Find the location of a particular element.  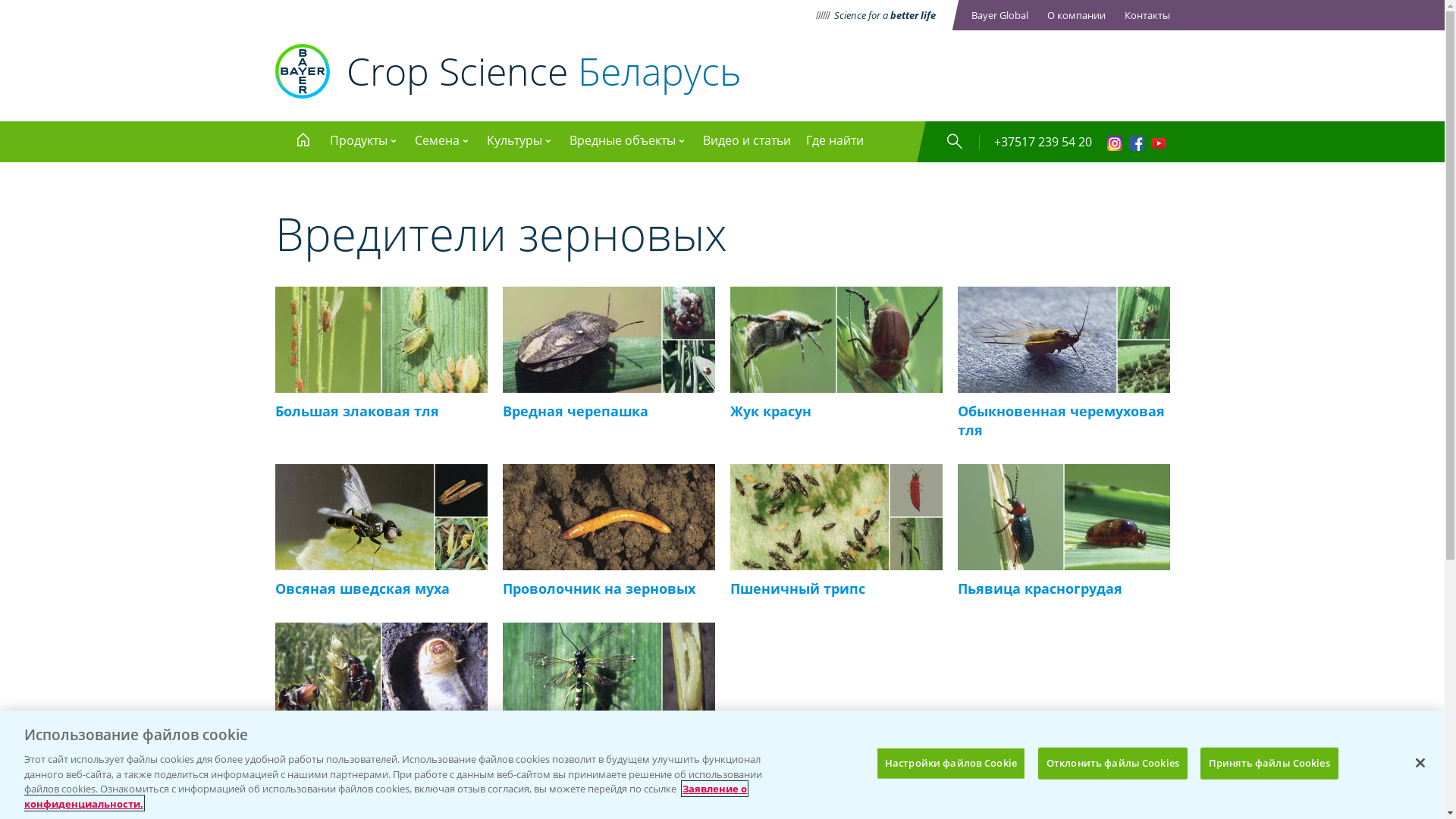

'Bayer Global' is located at coordinates (999, 14).